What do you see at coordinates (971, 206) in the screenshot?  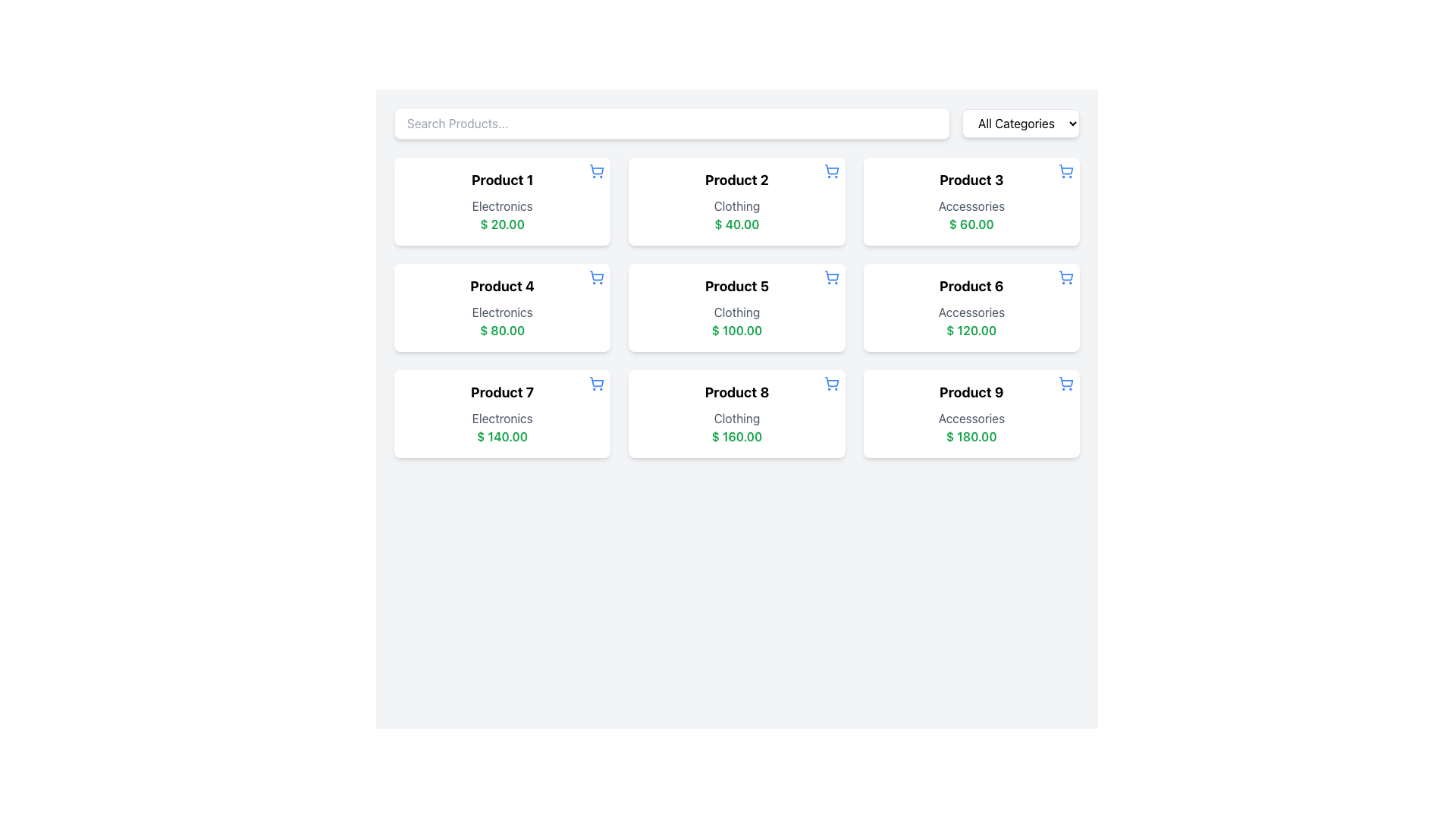 I see `the text label displaying 'Accessories', which is styled in gray color and positioned below 'Product 3' and above the price '$ 60.00'` at bounding box center [971, 206].